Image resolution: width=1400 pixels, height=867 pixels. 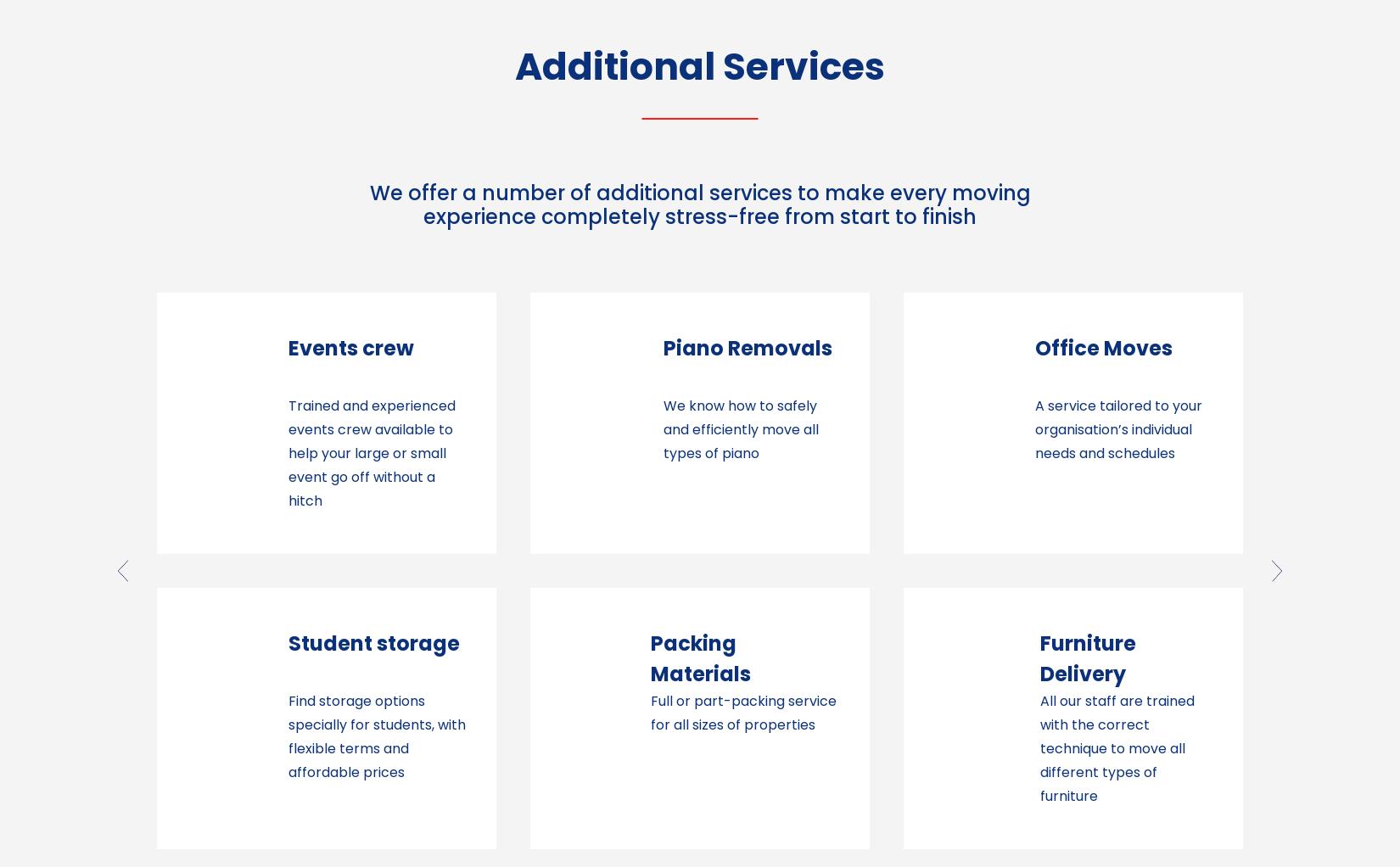 I want to click on 'Packing Materials', so click(x=327, y=657).